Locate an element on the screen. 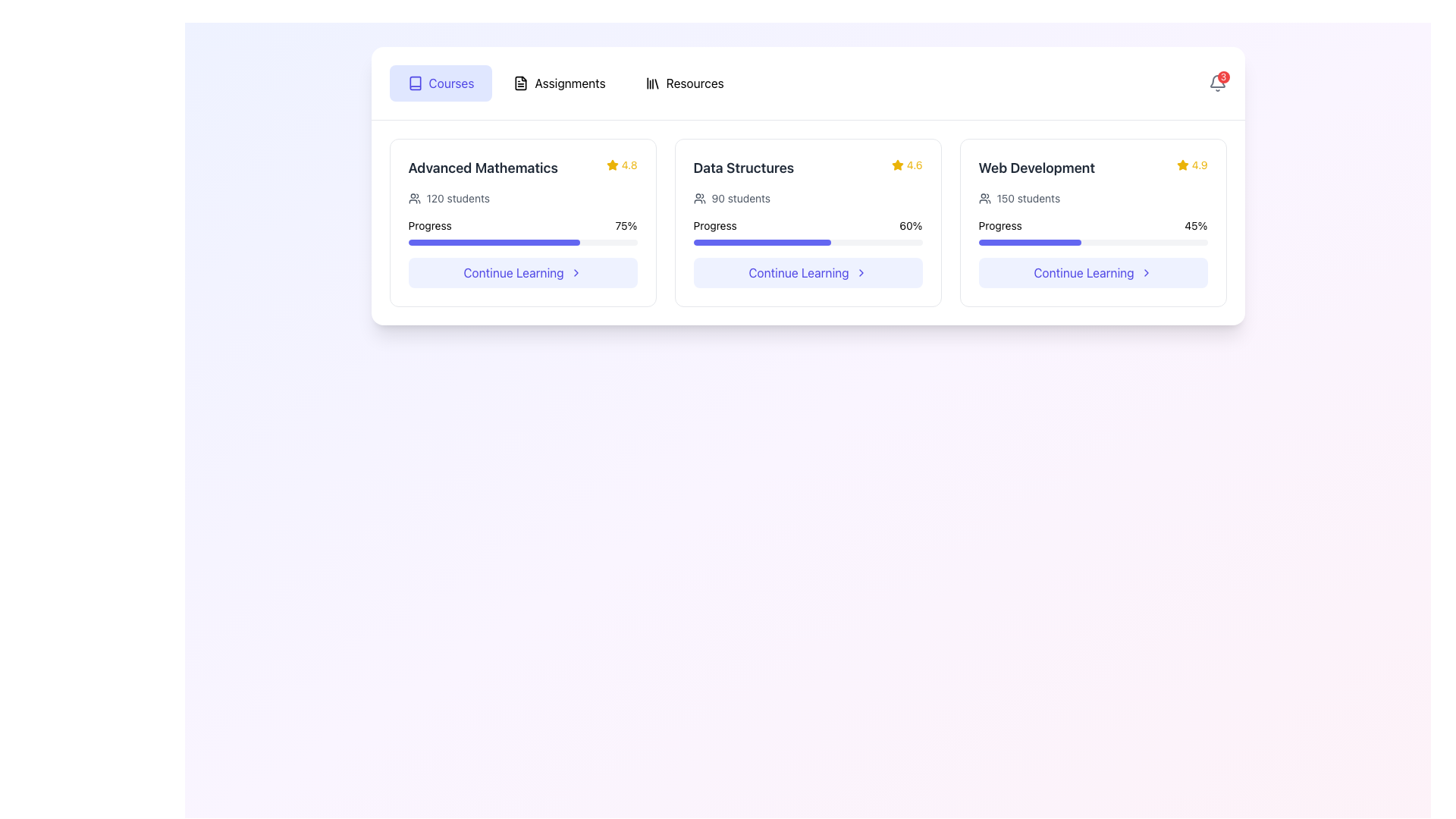 The width and height of the screenshot is (1456, 819). the 'Continue Learning' button which contains a rightward-pointing chevron icon, located in the bottom section of the 'Advanced Mathematics' card is located at coordinates (575, 271).